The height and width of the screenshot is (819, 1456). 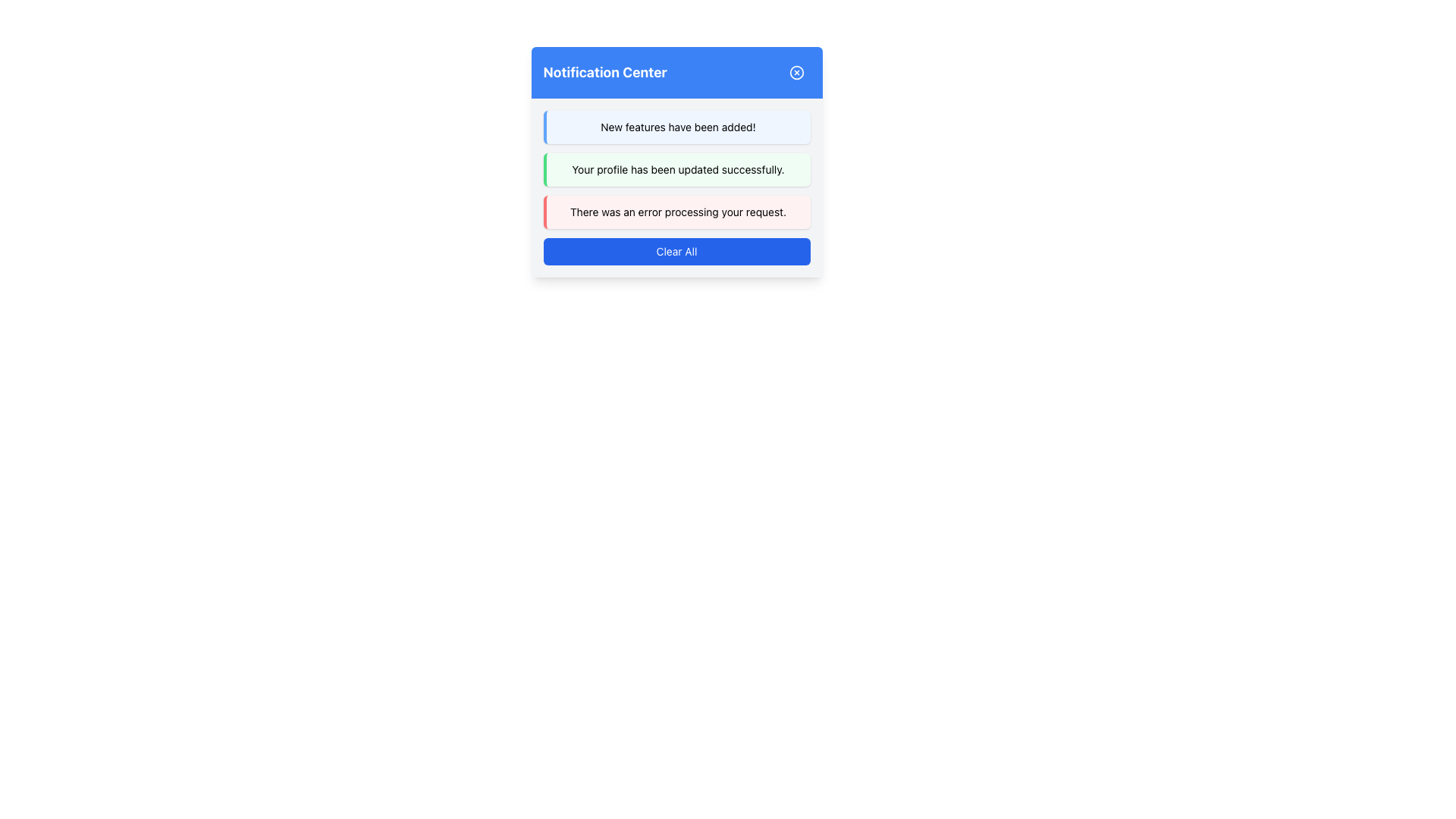 I want to click on text from the title Text Label located at the top left of the blue panel in the header bar, so click(x=604, y=73).